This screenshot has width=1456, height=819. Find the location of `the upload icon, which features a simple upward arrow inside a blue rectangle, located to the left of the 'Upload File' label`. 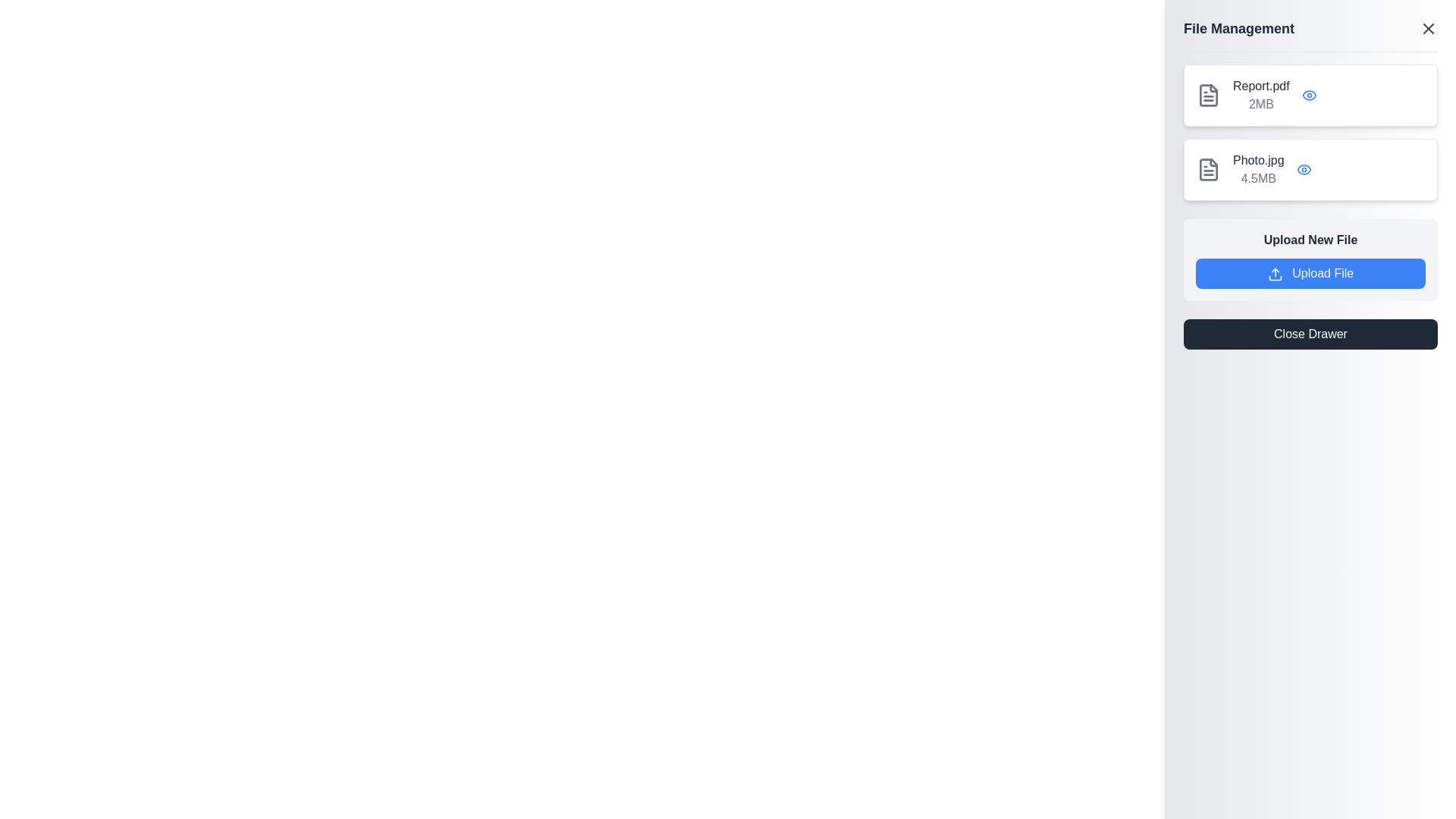

the upload icon, which features a simple upward arrow inside a blue rectangle, located to the left of the 'Upload File' label is located at coordinates (1274, 274).